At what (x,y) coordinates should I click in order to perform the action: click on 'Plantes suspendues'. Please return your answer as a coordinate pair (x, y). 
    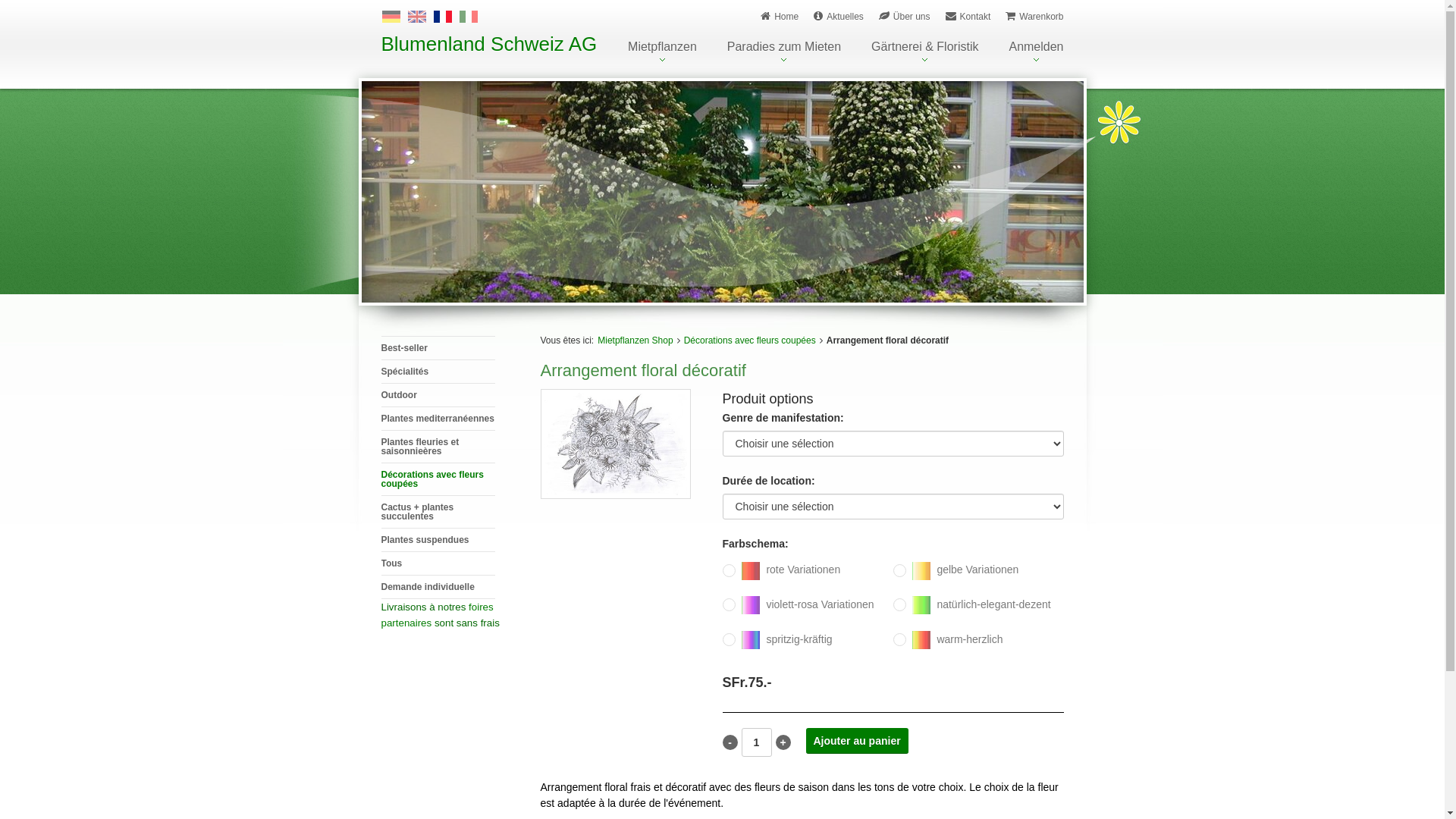
    Looking at the image, I should click on (436, 538).